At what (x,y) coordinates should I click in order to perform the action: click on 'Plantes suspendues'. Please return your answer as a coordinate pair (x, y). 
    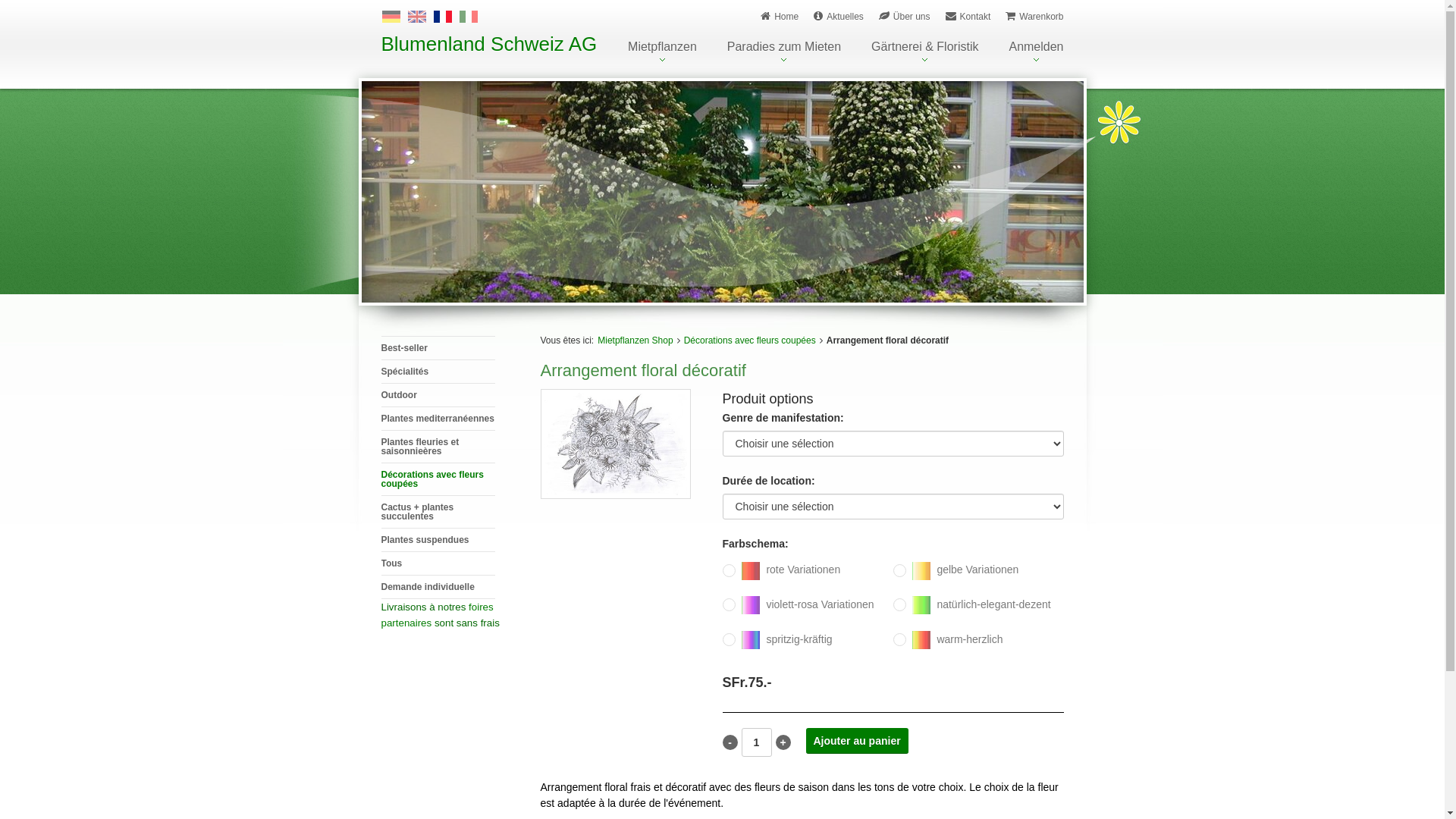
    Looking at the image, I should click on (436, 538).